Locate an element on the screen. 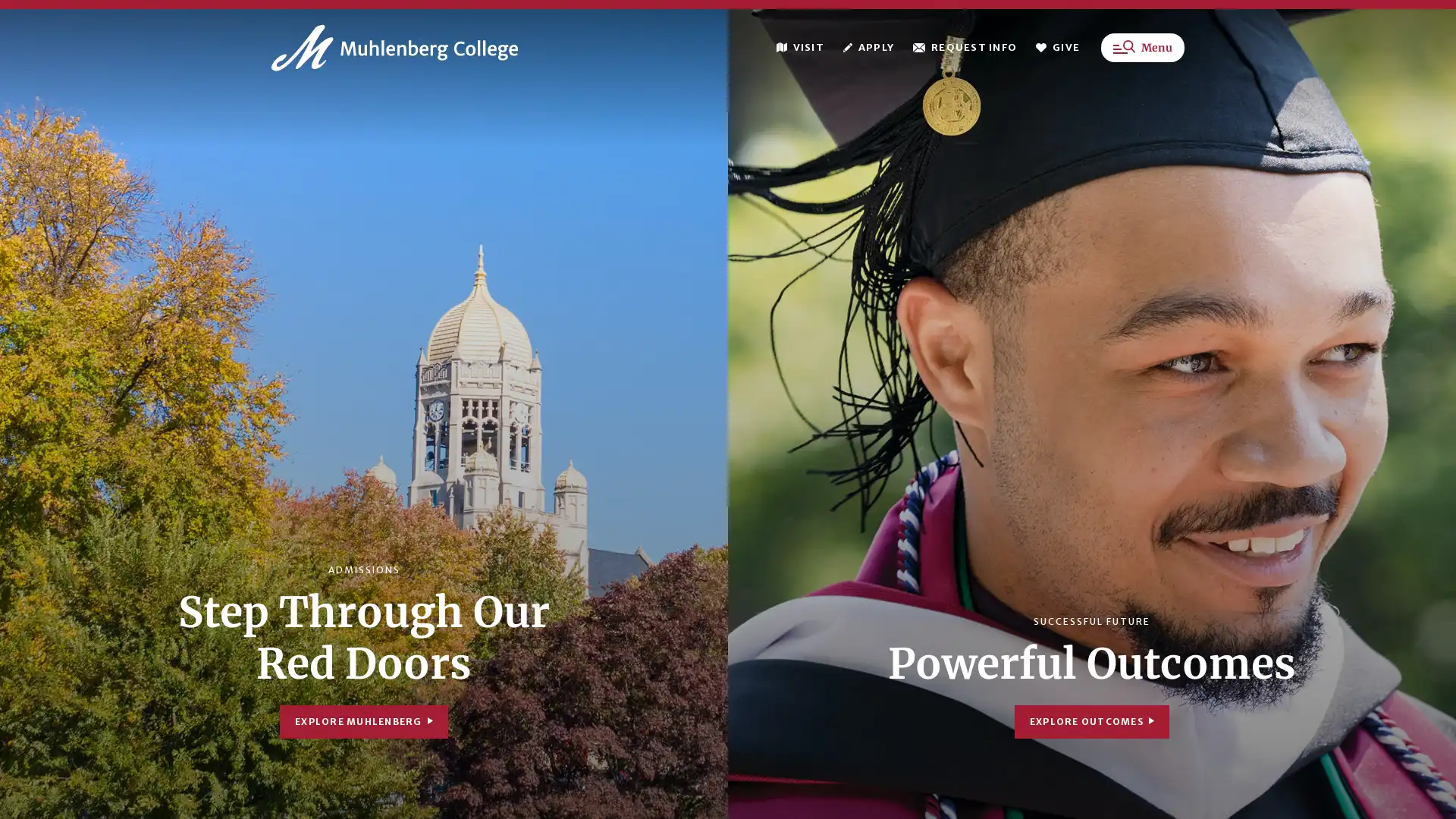 The image size is (1456, 819). Menu is located at coordinates (1143, 51).